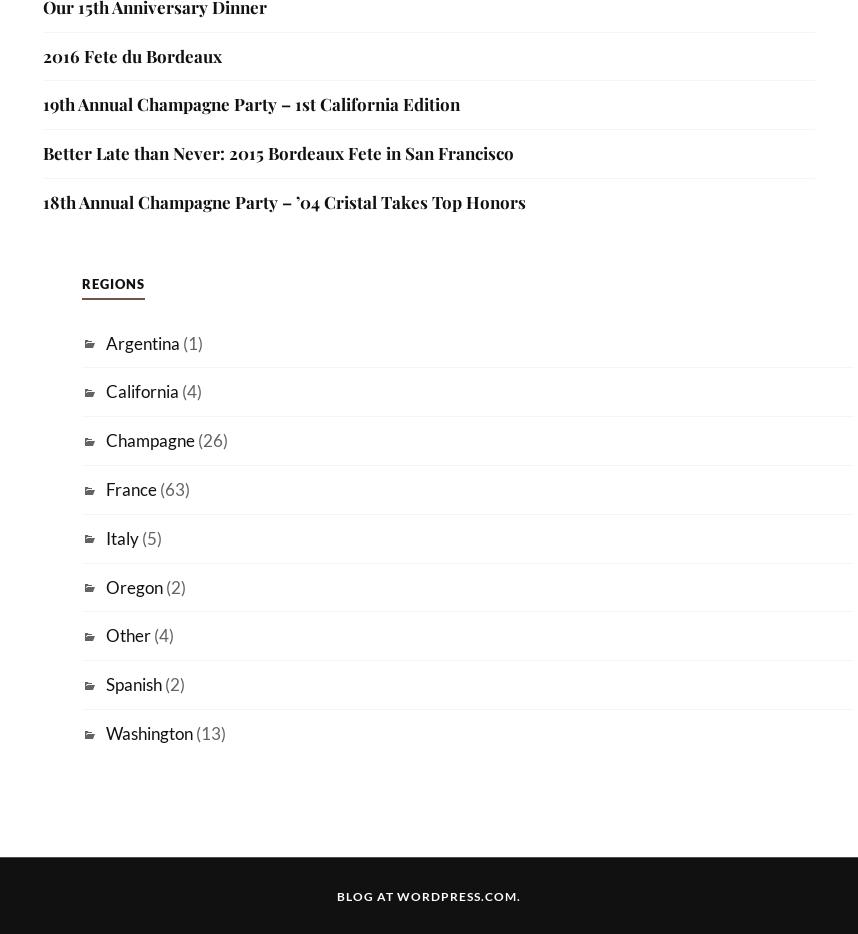 This screenshot has height=934, width=858. Describe the element at coordinates (190, 342) in the screenshot. I see `'(1)'` at that location.